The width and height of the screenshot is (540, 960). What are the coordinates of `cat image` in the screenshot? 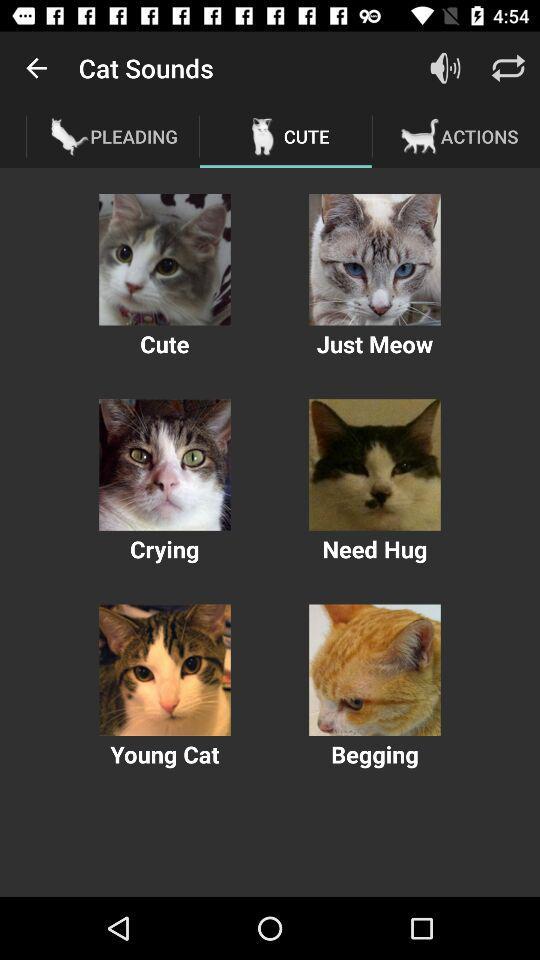 It's located at (164, 670).